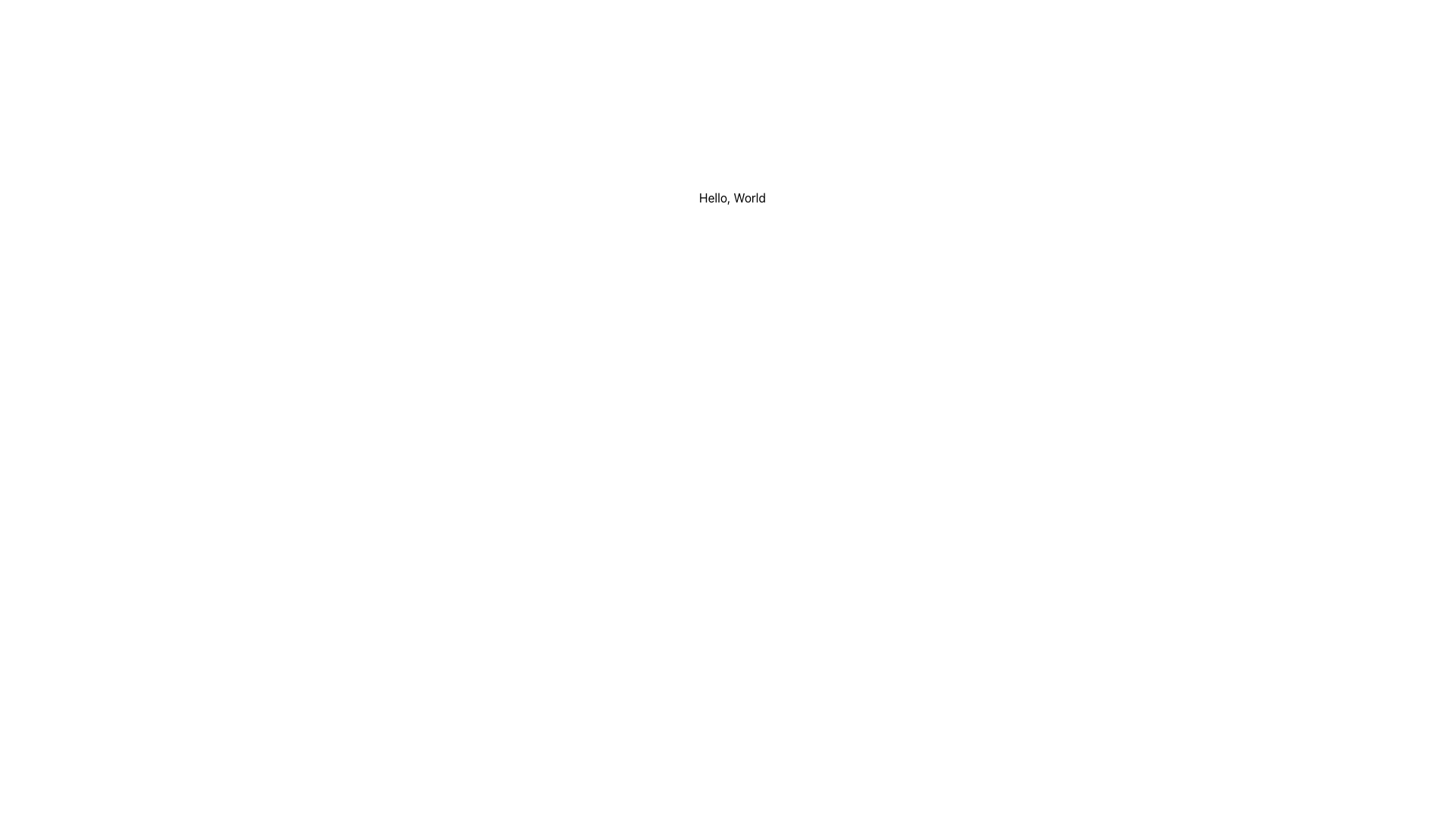  What do you see at coordinates (732, 197) in the screenshot?
I see `the Static Text Label that displays 'Hello, World' to greet the user` at bounding box center [732, 197].